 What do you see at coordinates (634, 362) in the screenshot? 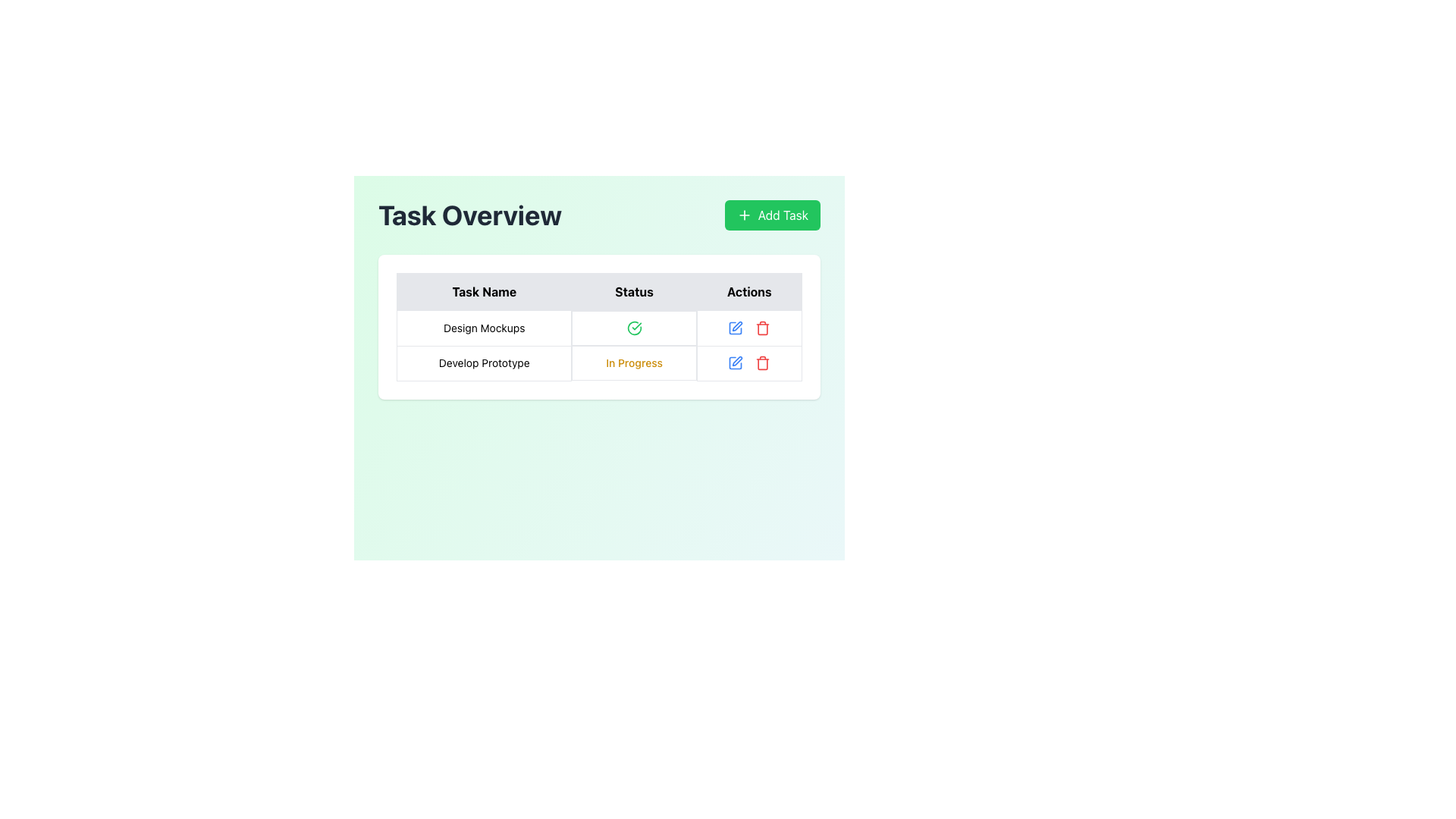
I see `the Text Label indicating the status of the task 'Develop Prototype' in the 'Task Overview' table, located in the second row under the 'Status' column` at bounding box center [634, 362].